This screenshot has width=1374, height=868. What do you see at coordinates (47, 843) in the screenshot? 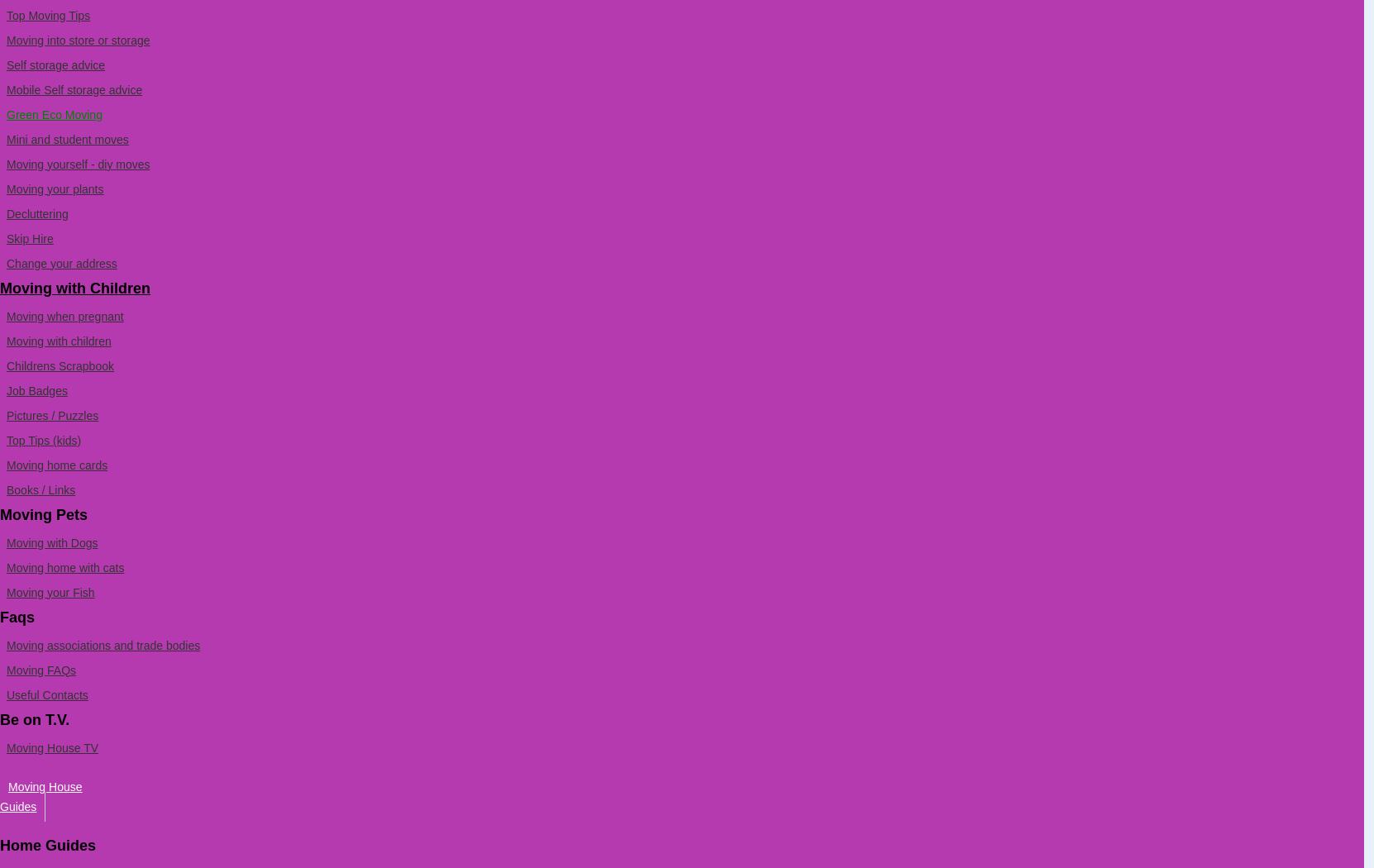
I see `'Home Guides'` at bounding box center [47, 843].